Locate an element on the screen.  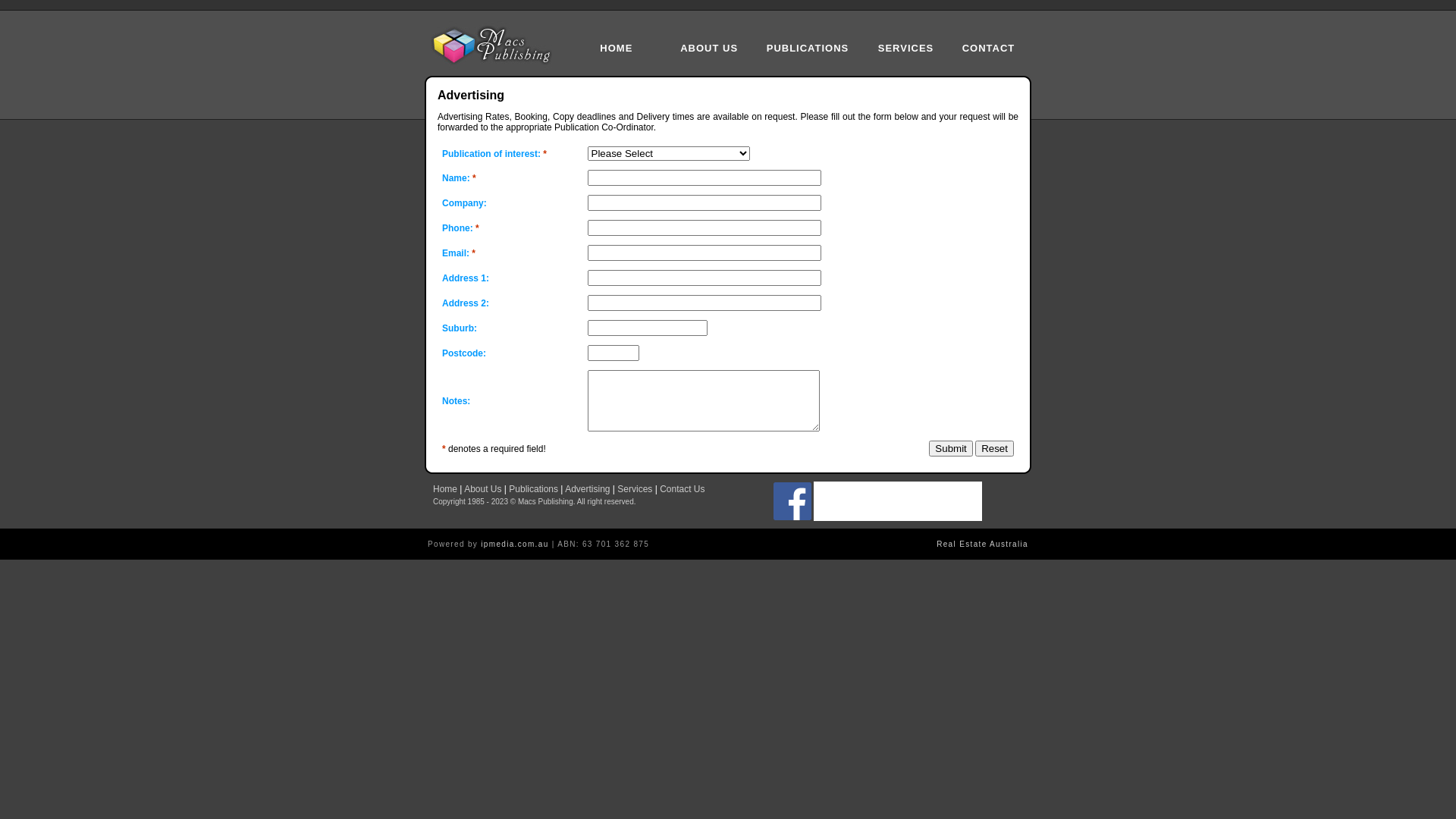
'ipmedia.com.au' is located at coordinates (514, 543).